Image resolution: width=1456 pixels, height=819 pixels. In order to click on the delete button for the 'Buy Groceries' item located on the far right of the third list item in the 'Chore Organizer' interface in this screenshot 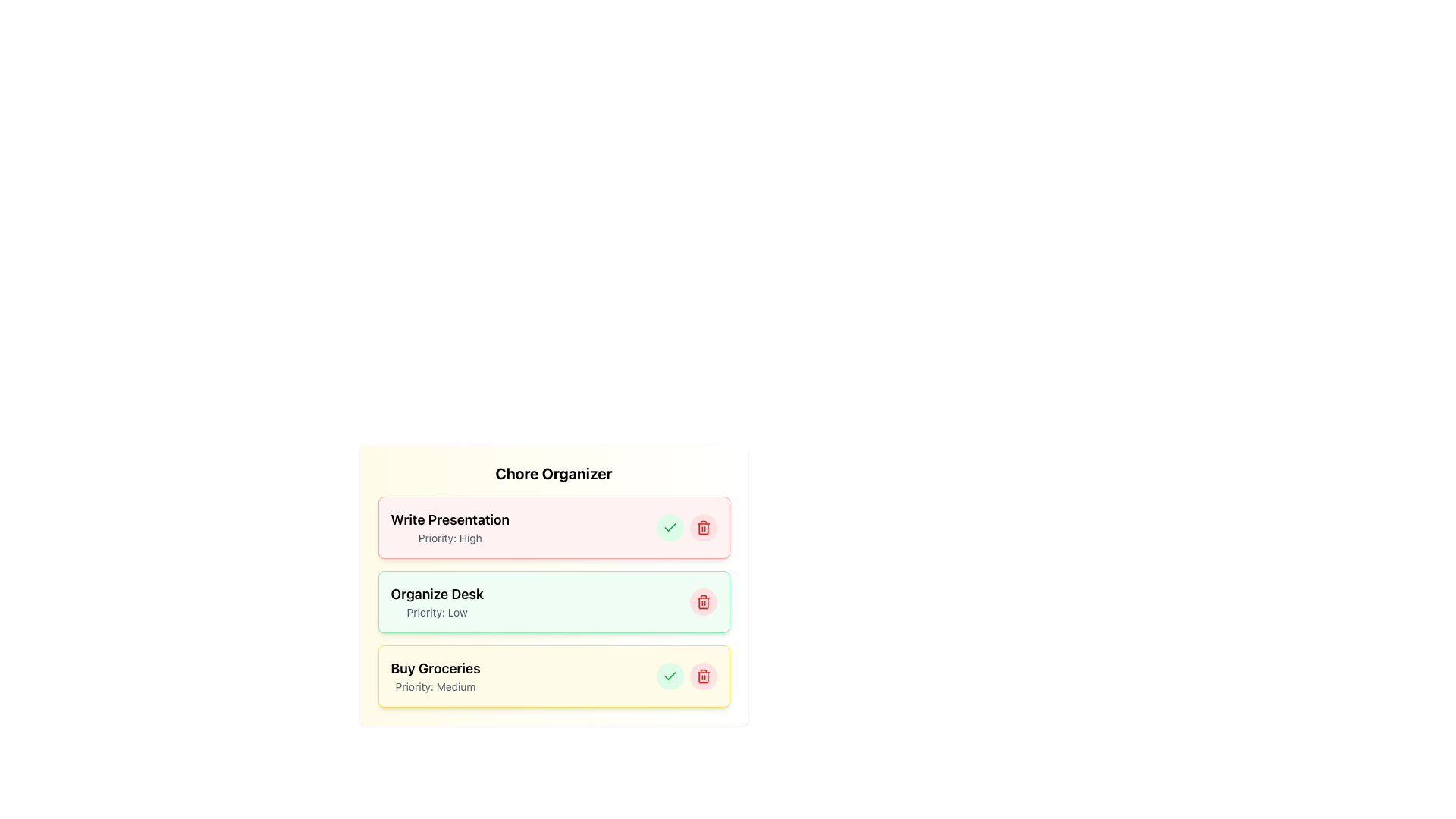, I will do `click(702, 675)`.